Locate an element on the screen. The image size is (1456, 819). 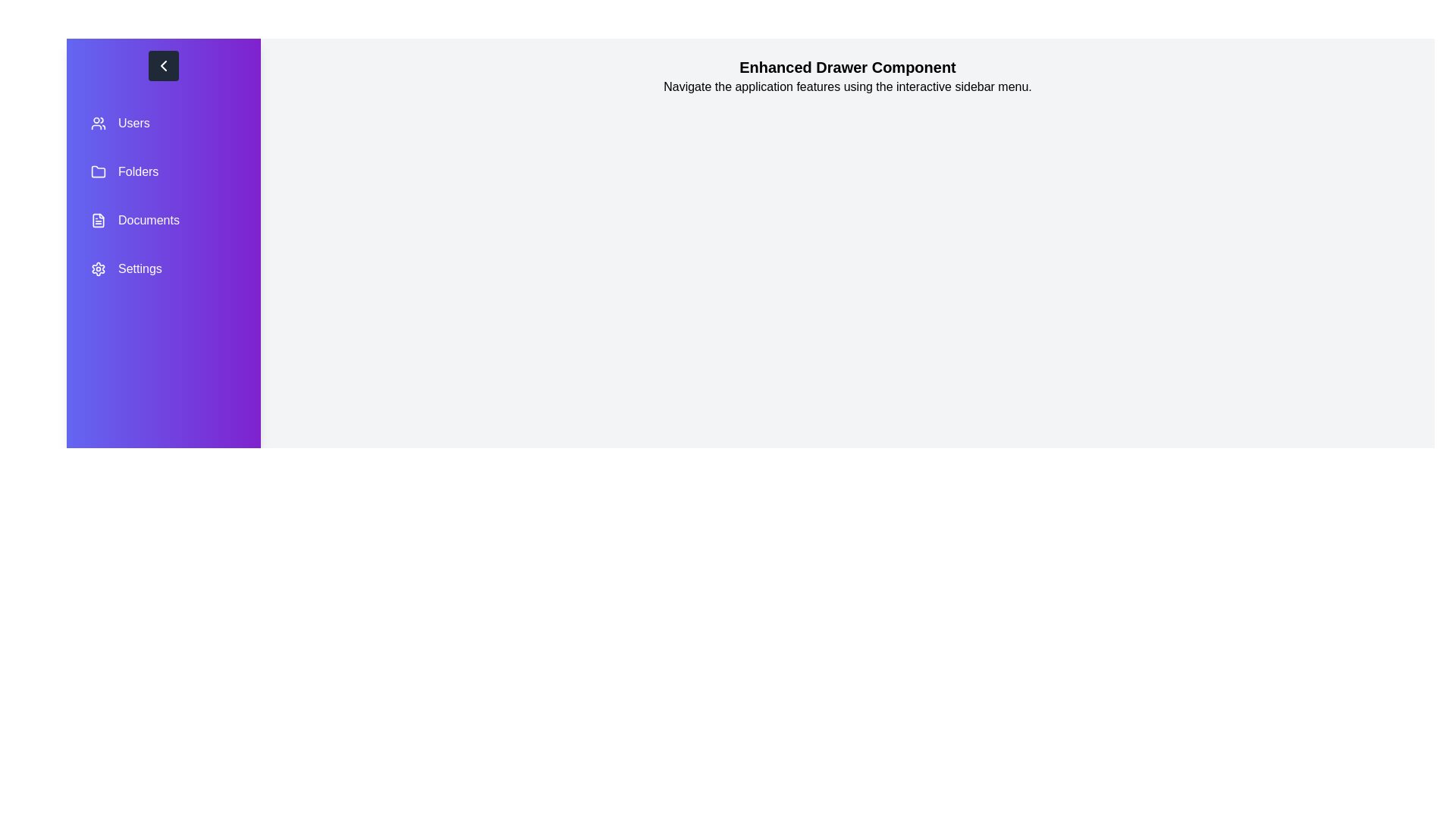
the menu item labeled Folders to observe the hover effect is located at coordinates (164, 171).